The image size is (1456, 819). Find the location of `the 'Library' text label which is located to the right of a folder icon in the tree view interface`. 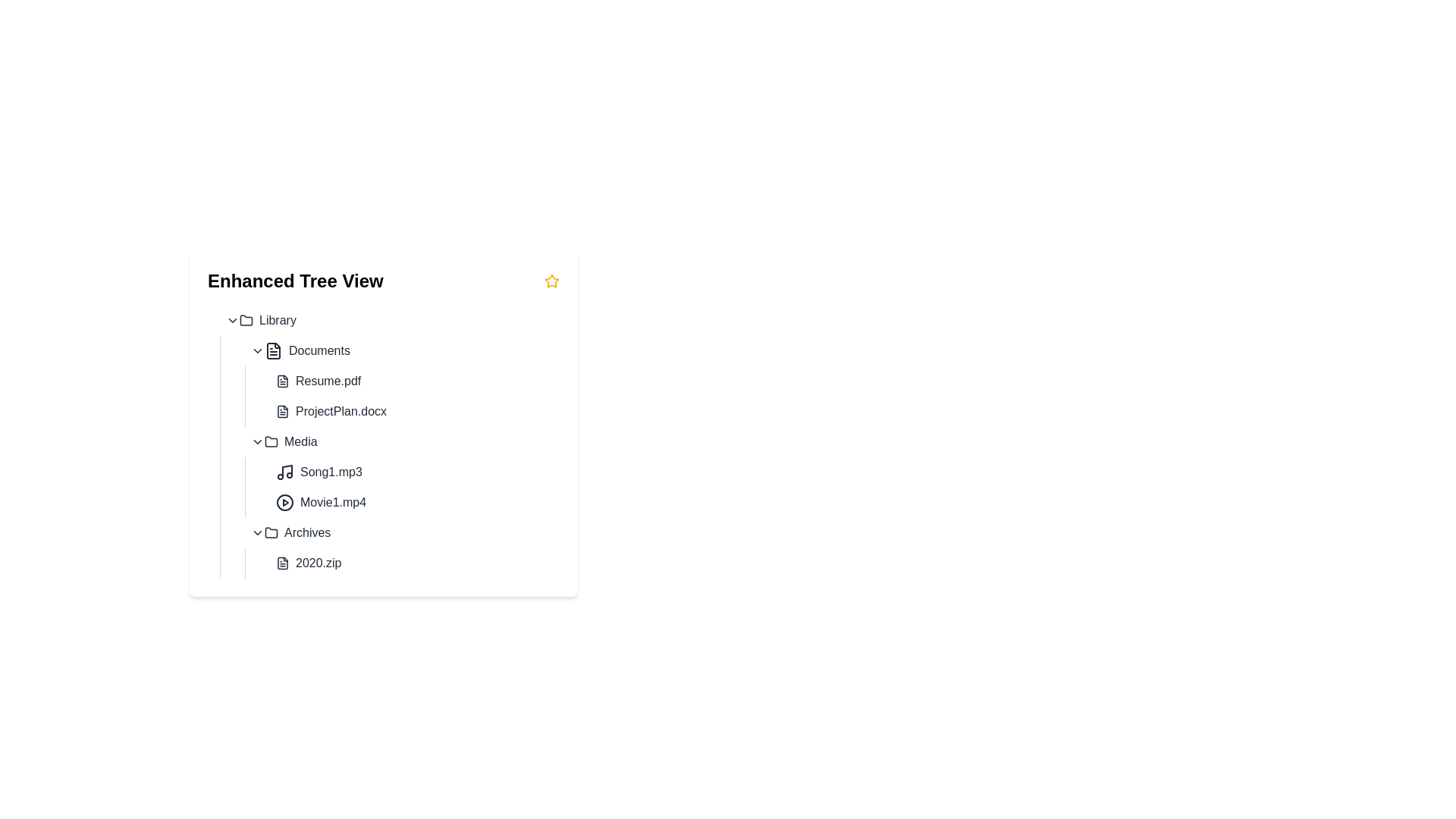

the 'Library' text label which is located to the right of a folder icon in the tree view interface is located at coordinates (278, 320).